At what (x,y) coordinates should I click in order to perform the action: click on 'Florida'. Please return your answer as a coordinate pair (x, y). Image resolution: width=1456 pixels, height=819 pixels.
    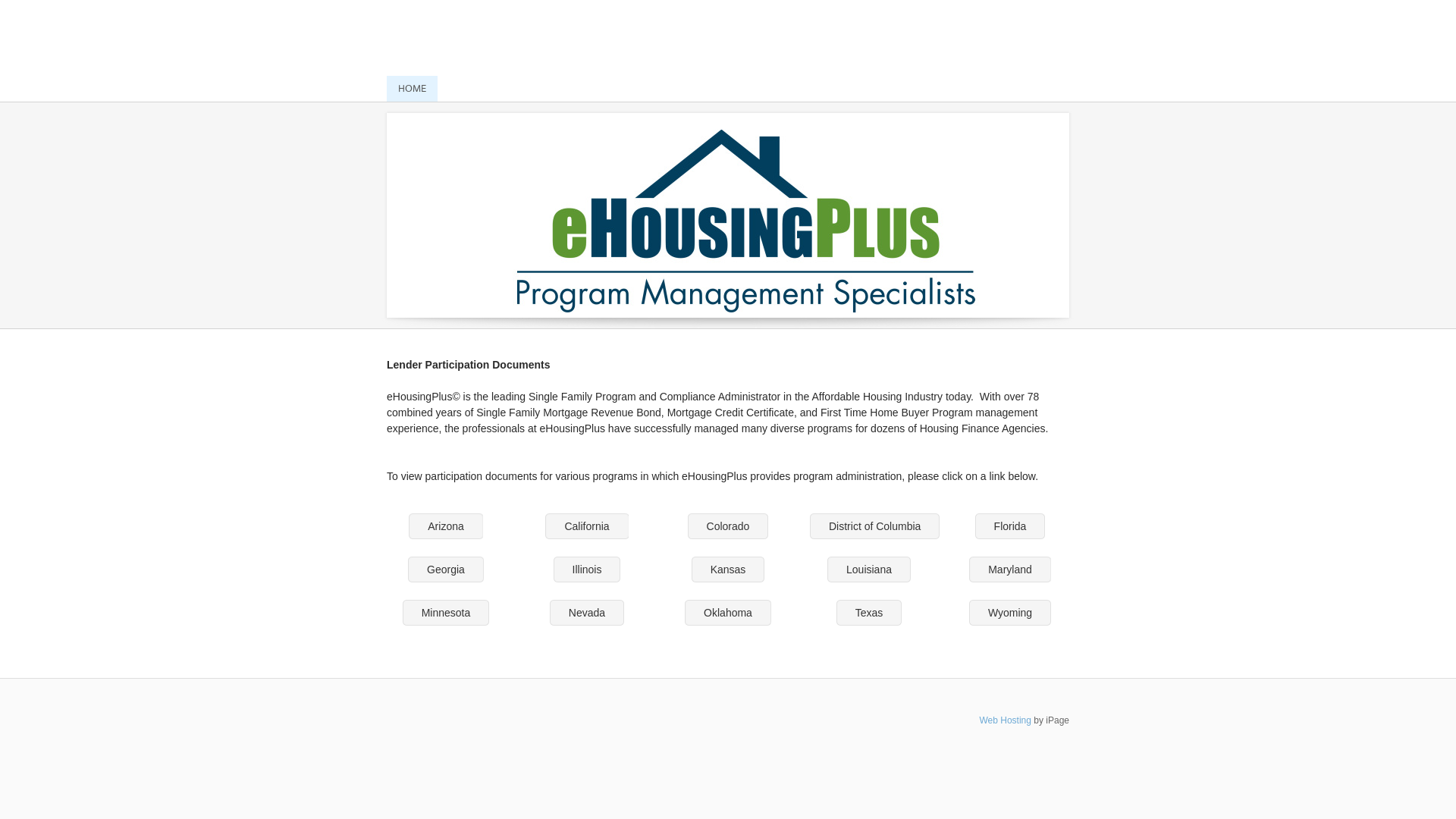
    Looking at the image, I should click on (1010, 526).